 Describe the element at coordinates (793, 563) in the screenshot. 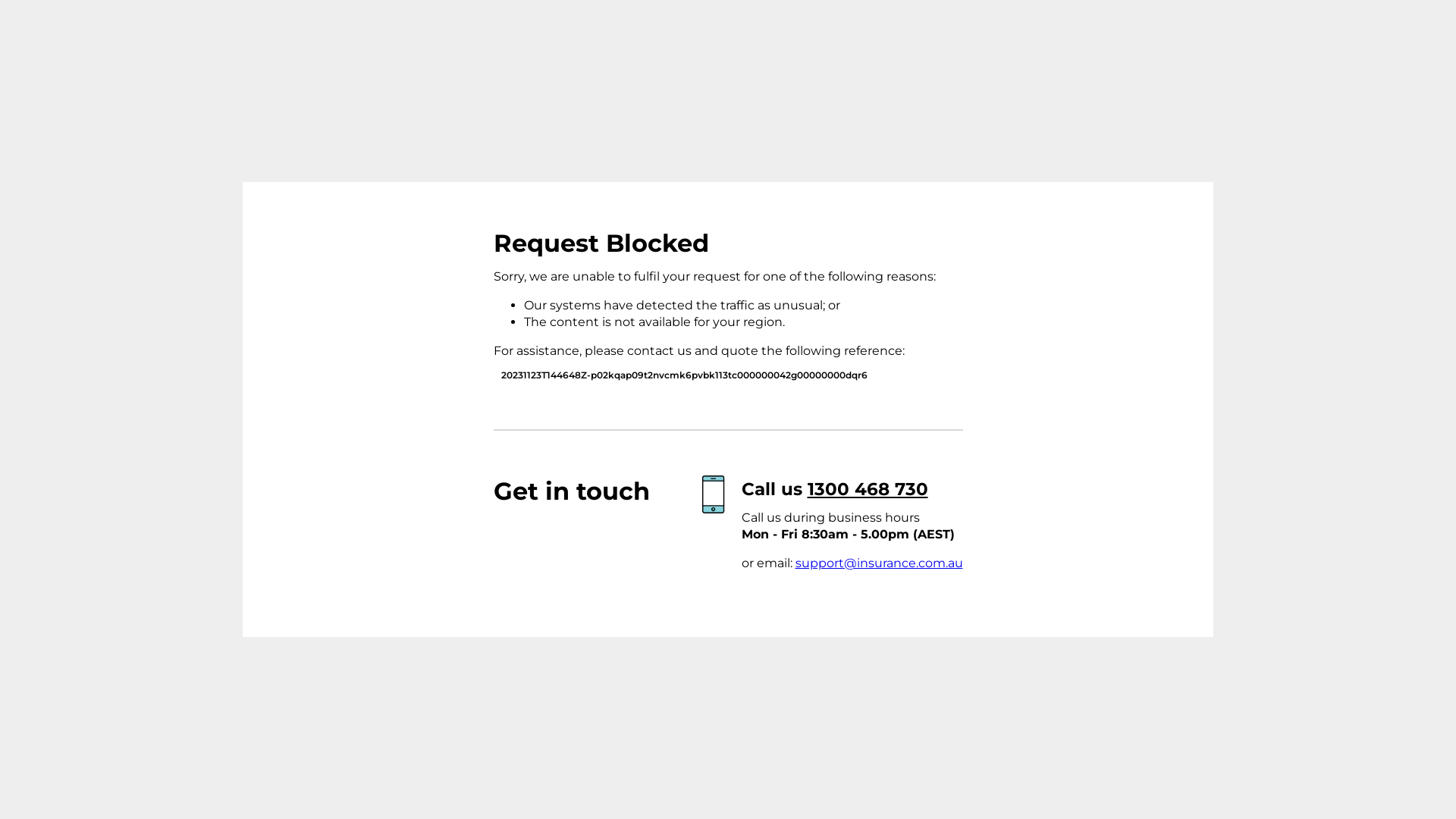

I see `'support@insurance.com.au'` at that location.